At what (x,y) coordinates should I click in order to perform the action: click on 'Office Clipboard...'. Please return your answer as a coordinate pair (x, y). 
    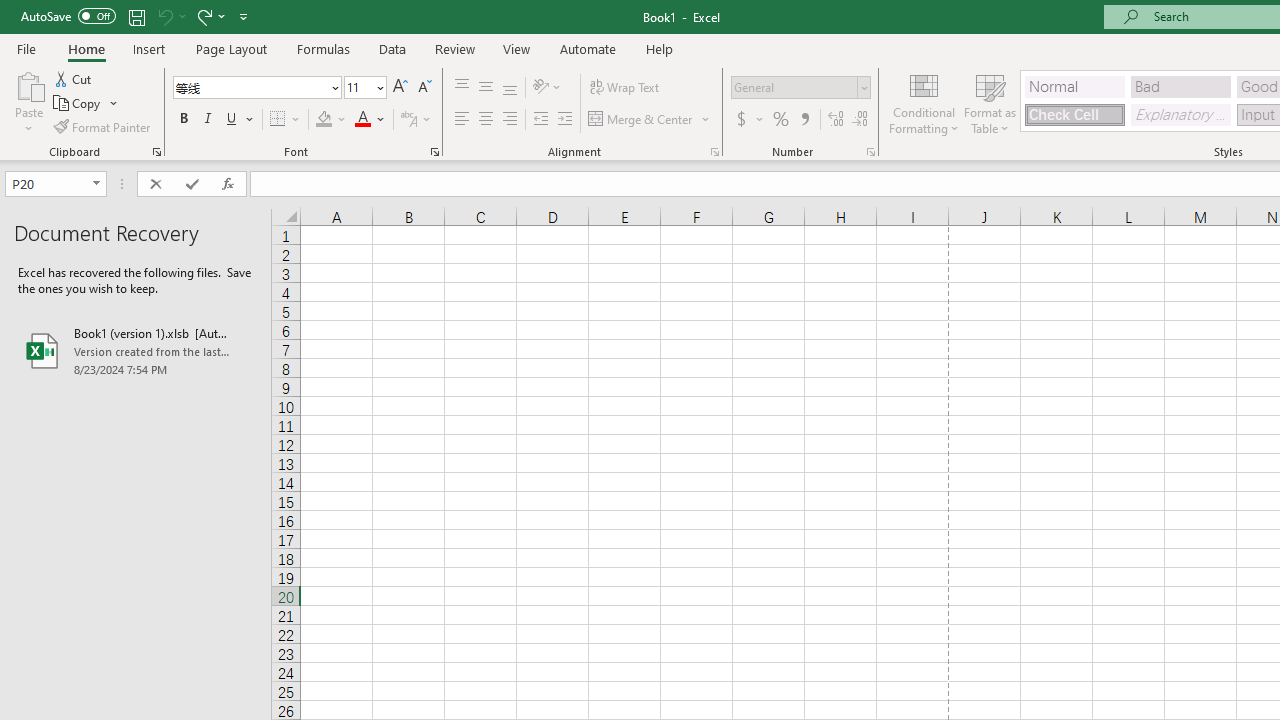
    Looking at the image, I should click on (155, 150).